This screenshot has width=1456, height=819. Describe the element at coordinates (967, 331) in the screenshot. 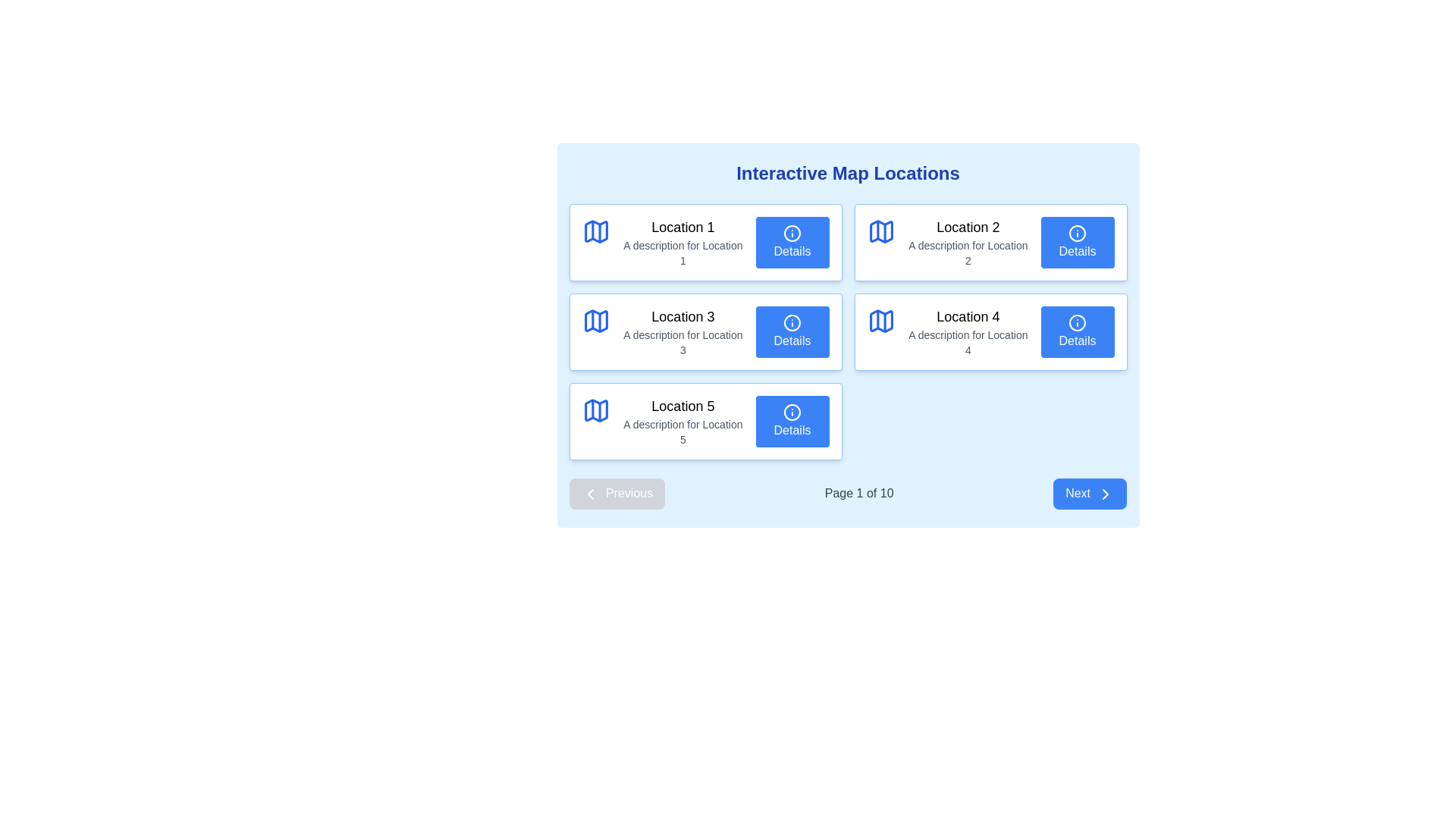

I see `the Text content block providing information about 'Location 4', which is positioned in the fourth position of a grid layout within the right column and second row, located between 'Location 3' and 'Location 5'` at that location.